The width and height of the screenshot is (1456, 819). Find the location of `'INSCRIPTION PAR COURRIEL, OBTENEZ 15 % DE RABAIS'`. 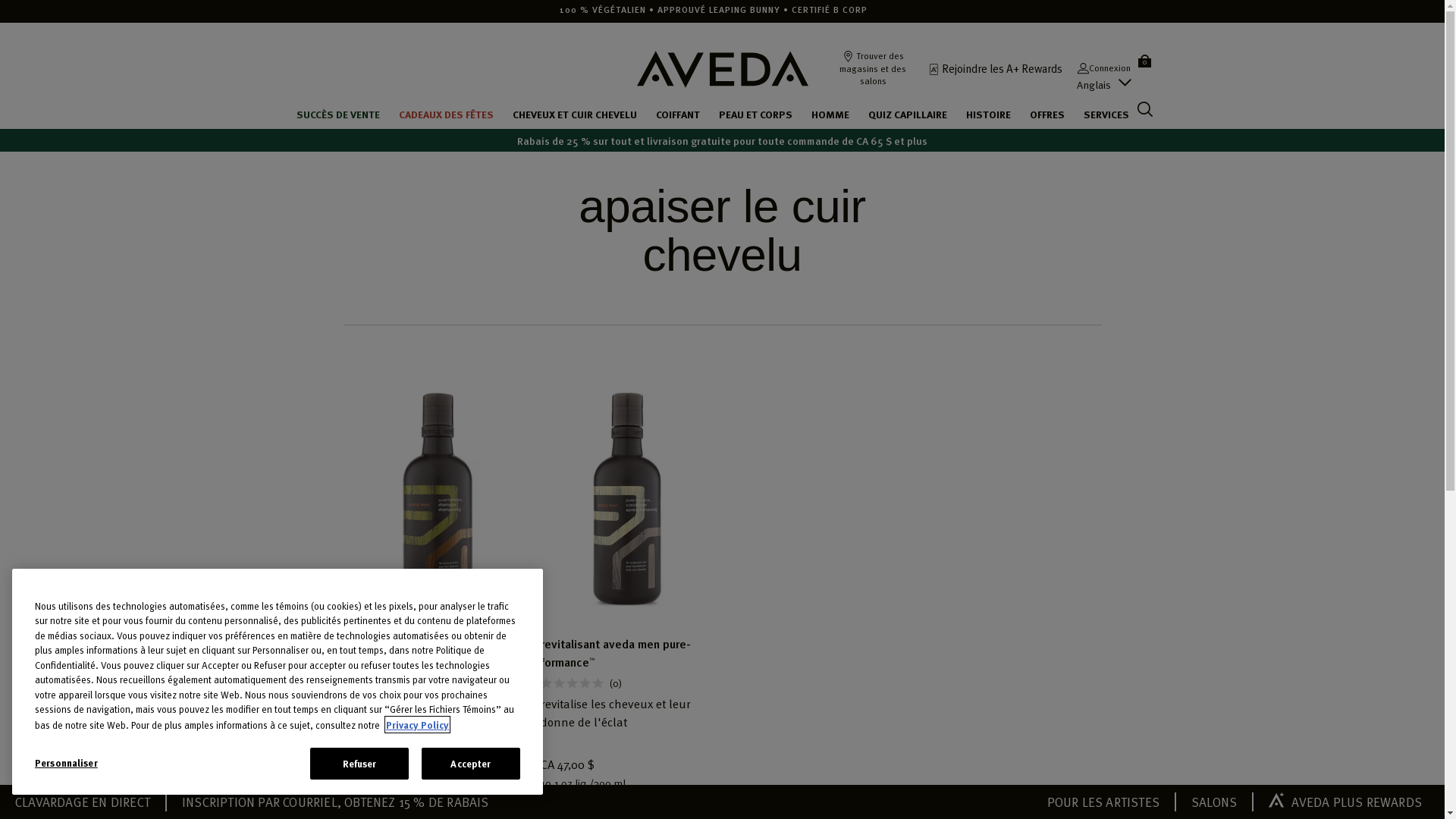

'INSCRIPTION PAR COURRIEL, OBTENEZ 15 % DE RABAIS' is located at coordinates (334, 800).